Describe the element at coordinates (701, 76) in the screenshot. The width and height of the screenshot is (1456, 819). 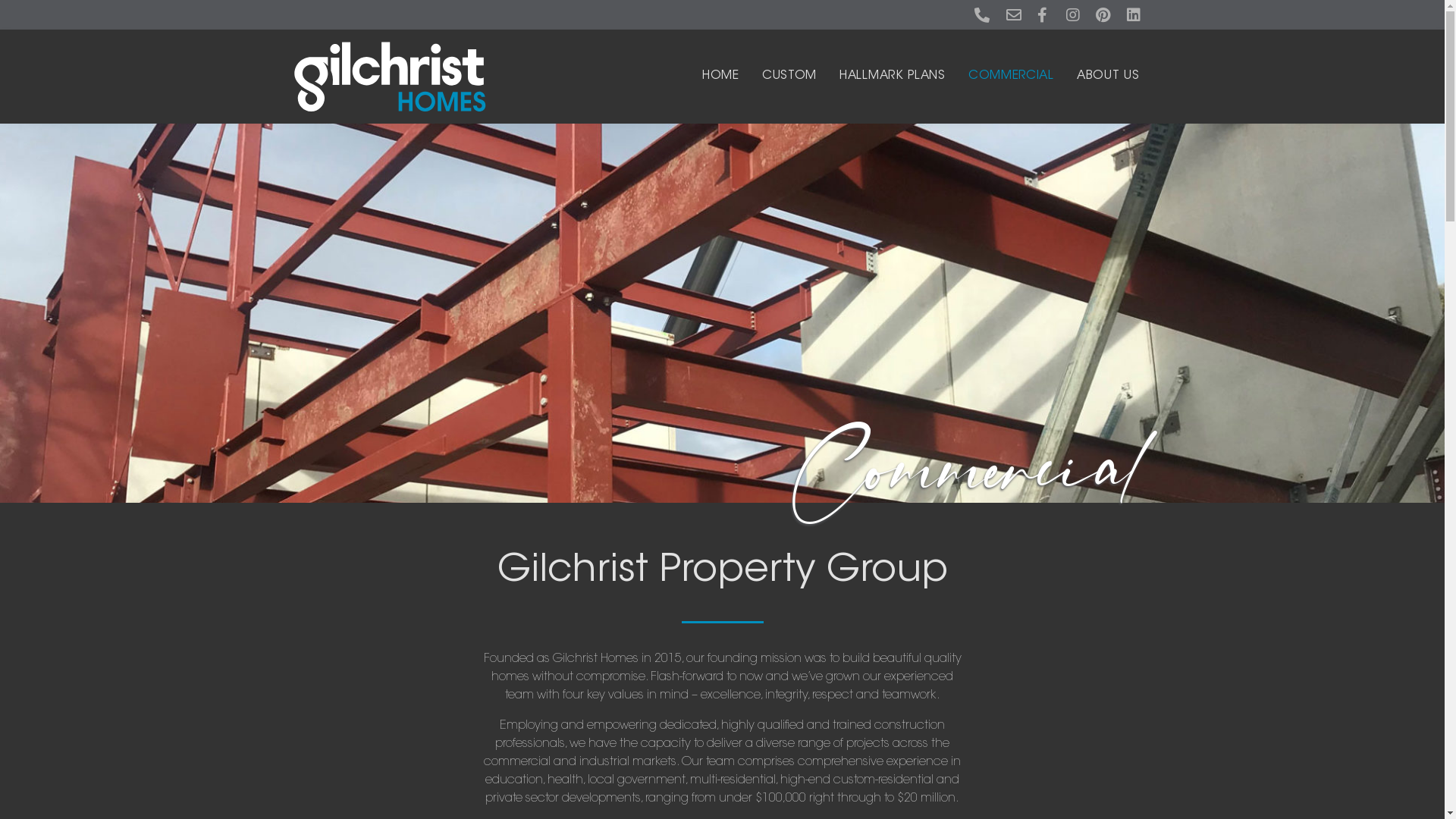
I see `'HOME'` at that location.